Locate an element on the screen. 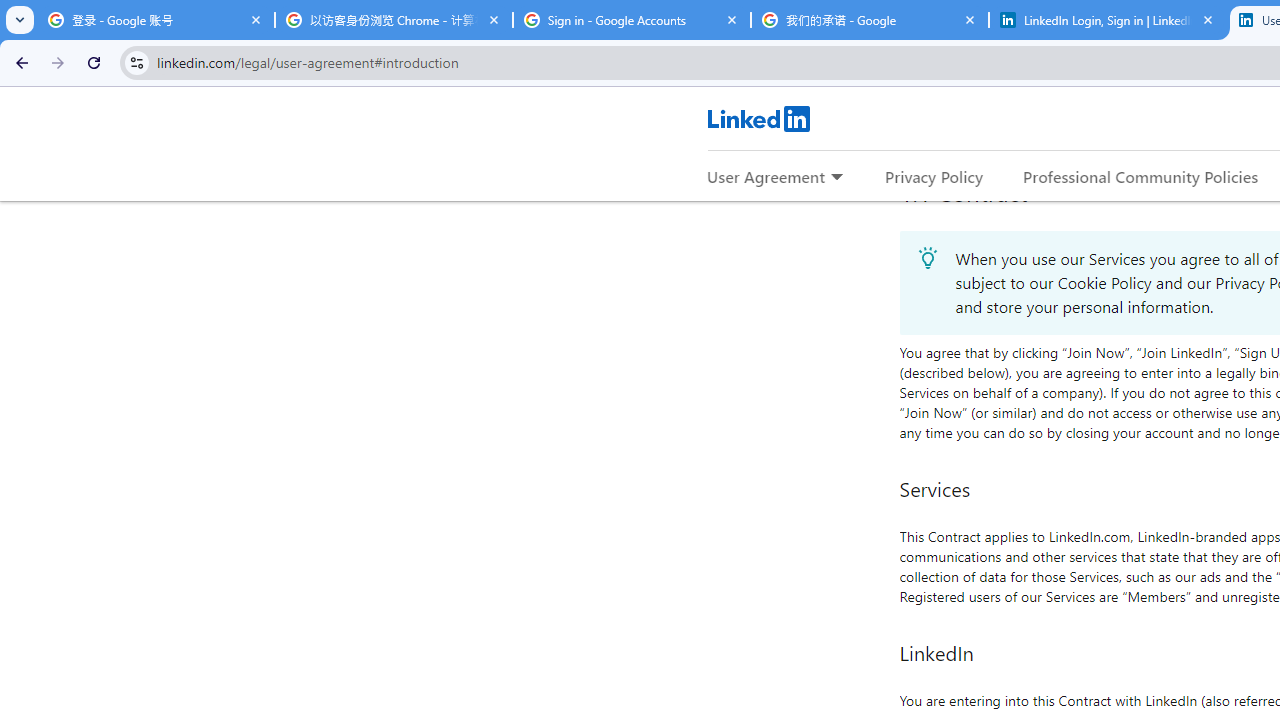  'LinkedIn Login, Sign in | LinkedIn' is located at coordinates (1107, 20).